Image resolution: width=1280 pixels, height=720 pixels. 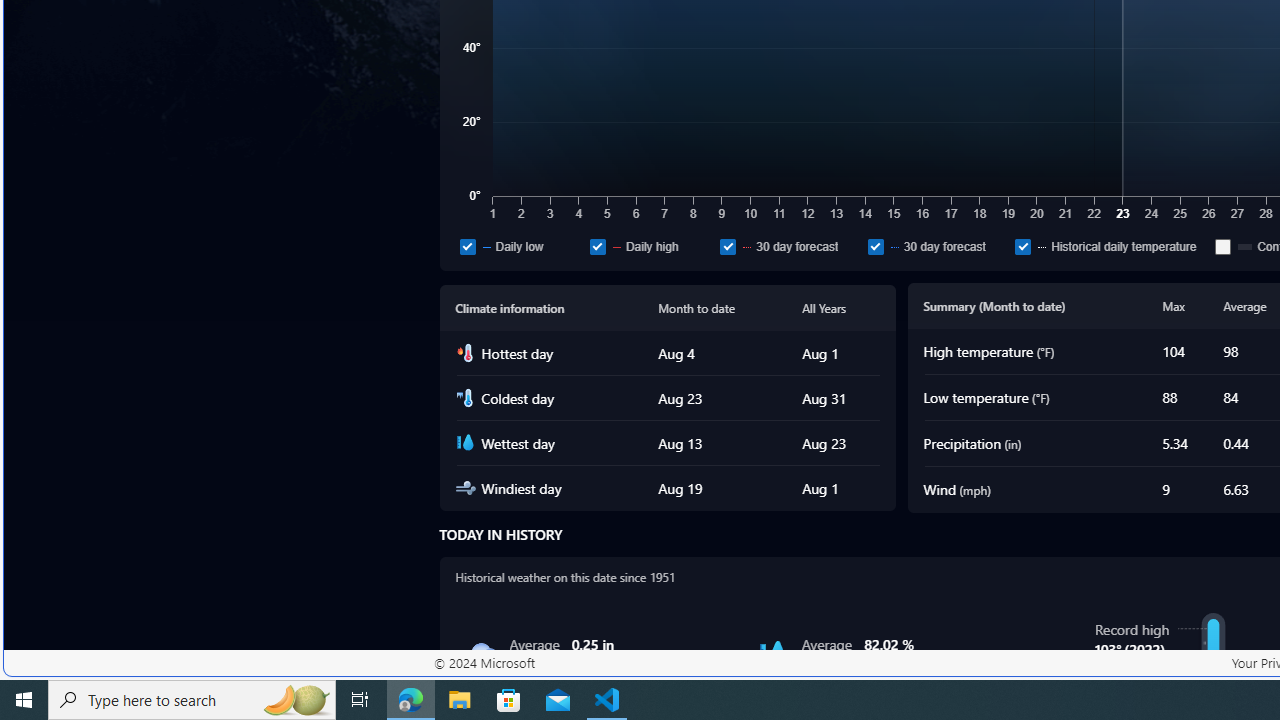 What do you see at coordinates (875, 245) in the screenshot?
I see `'30 day forecast'` at bounding box center [875, 245].